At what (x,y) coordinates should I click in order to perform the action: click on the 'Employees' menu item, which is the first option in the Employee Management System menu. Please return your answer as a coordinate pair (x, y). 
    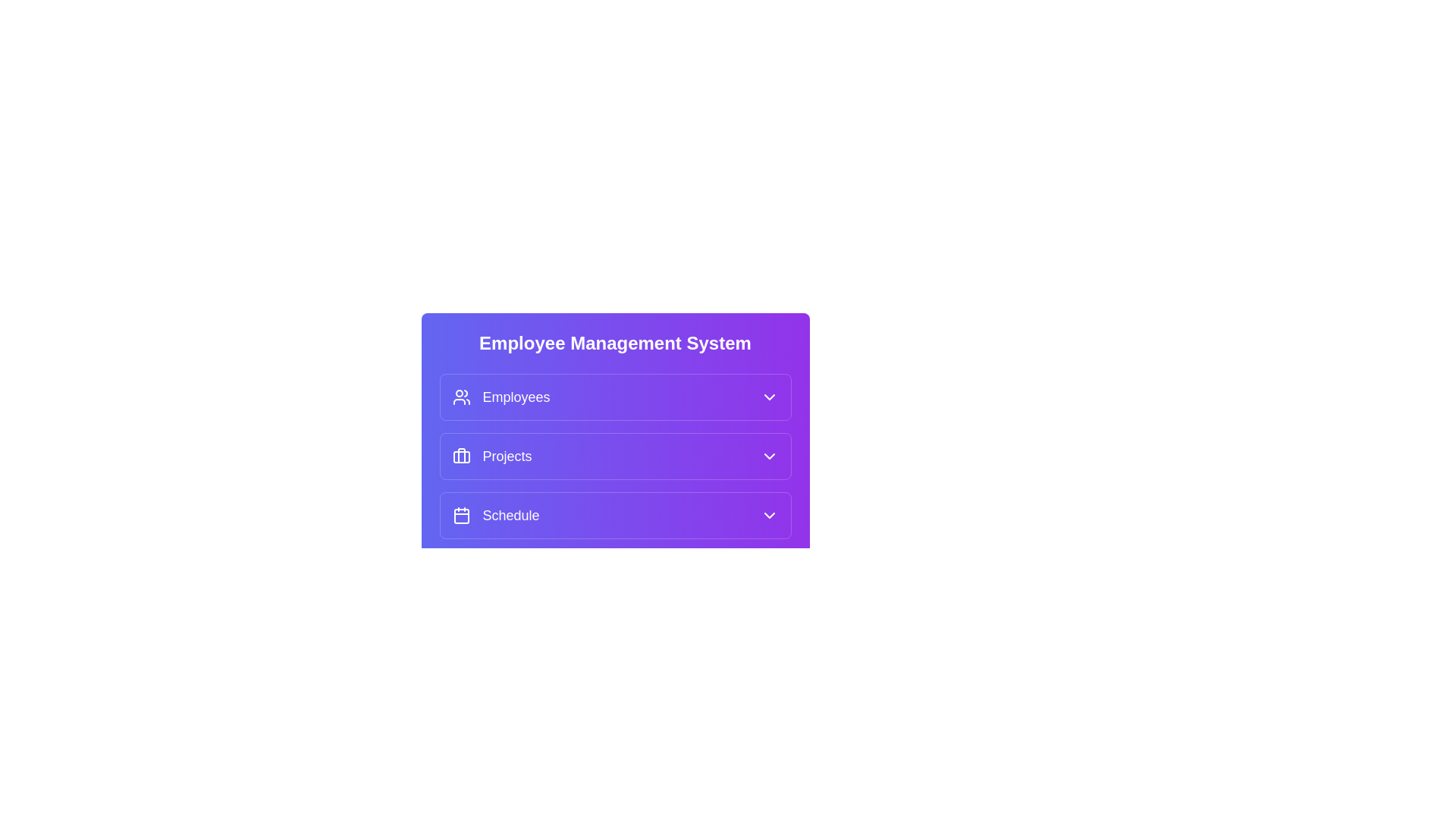
    Looking at the image, I should click on (615, 397).